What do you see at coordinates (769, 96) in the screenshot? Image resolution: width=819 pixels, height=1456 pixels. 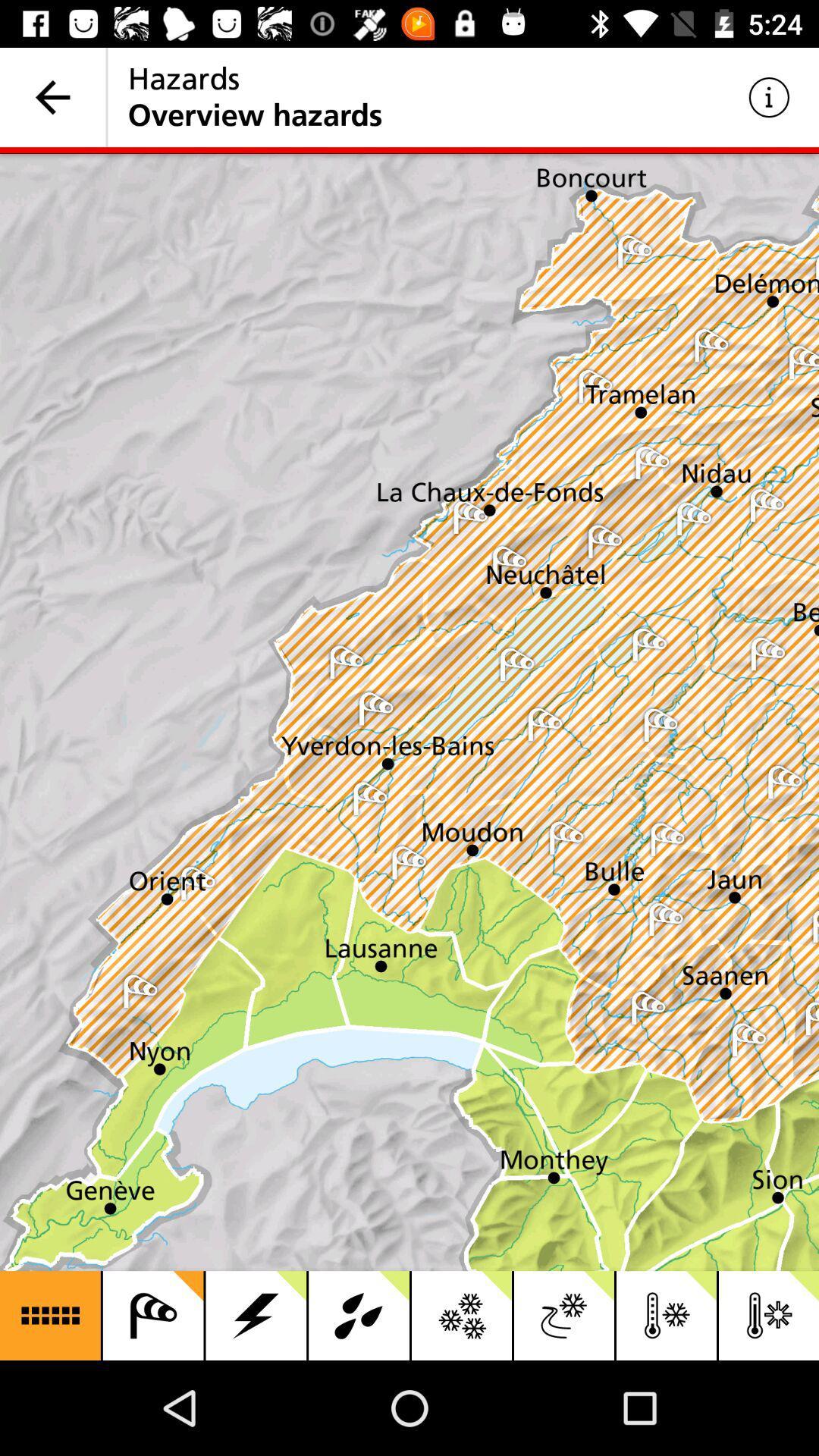 I see `the item at the top right corner` at bounding box center [769, 96].